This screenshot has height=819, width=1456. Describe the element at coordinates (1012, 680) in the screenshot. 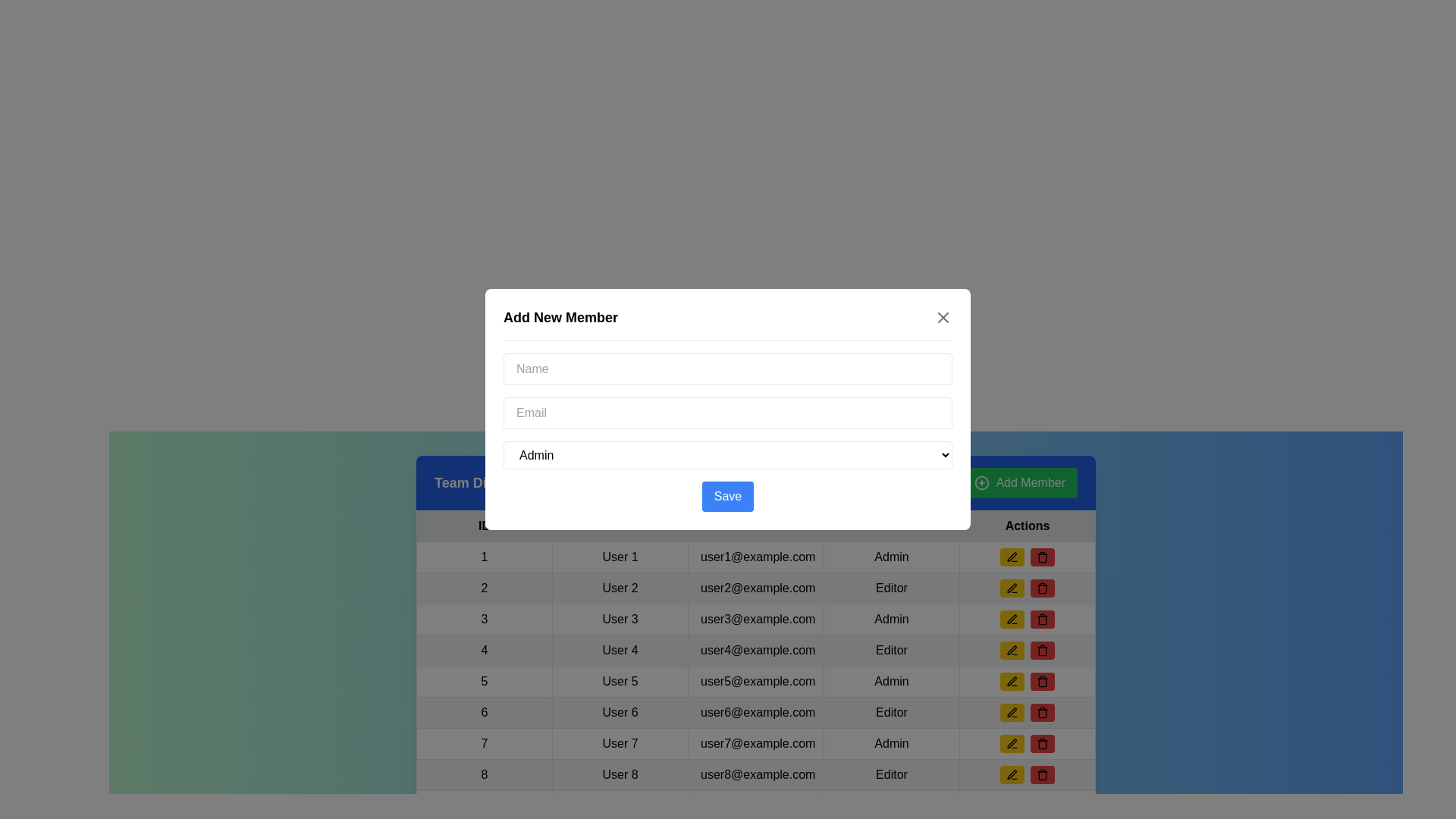

I see `the yellow rounded button with a pen icon in the 'Actions' column next to 'user5@example.com'` at that location.